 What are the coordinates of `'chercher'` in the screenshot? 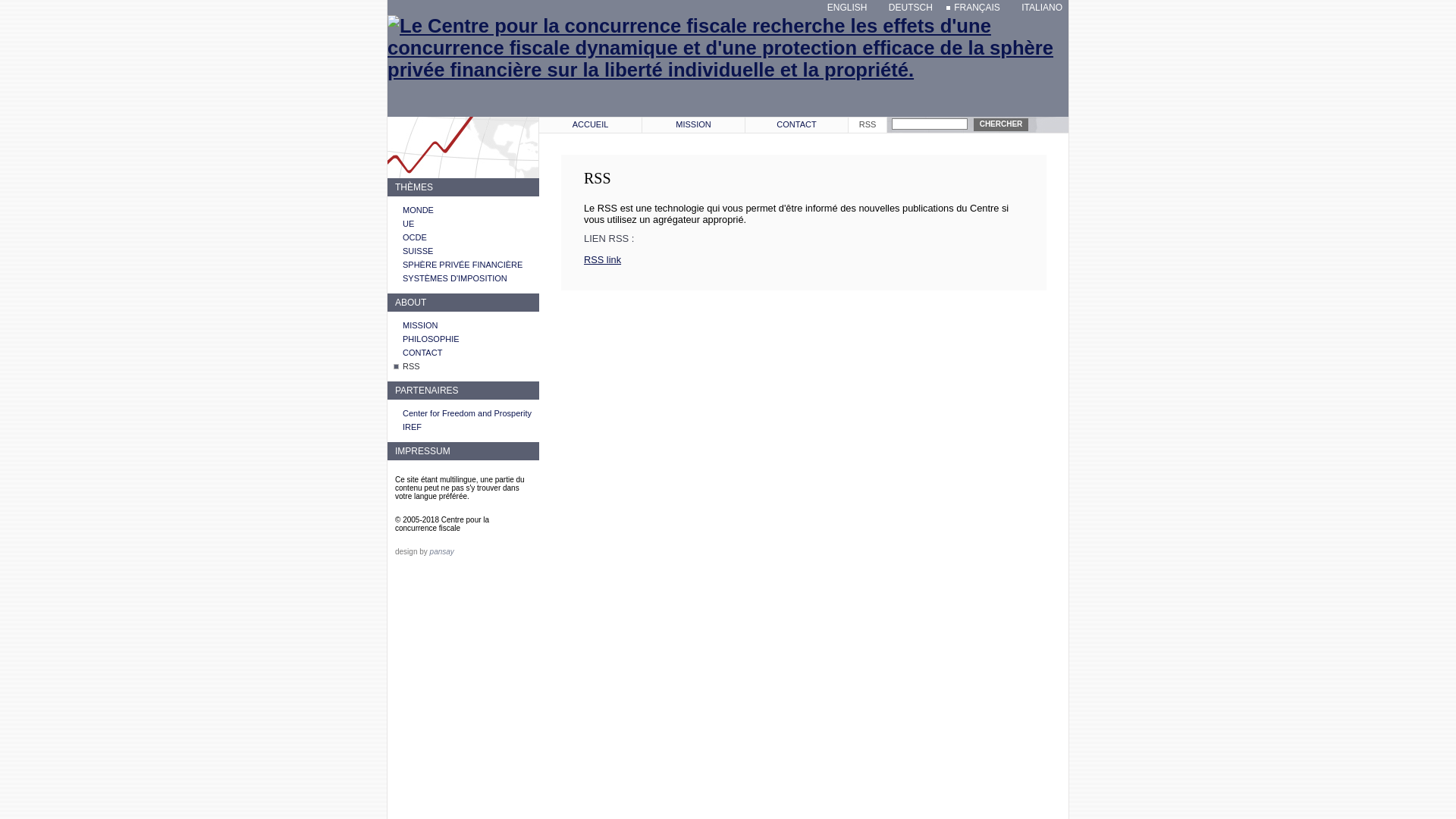 It's located at (1001, 124).